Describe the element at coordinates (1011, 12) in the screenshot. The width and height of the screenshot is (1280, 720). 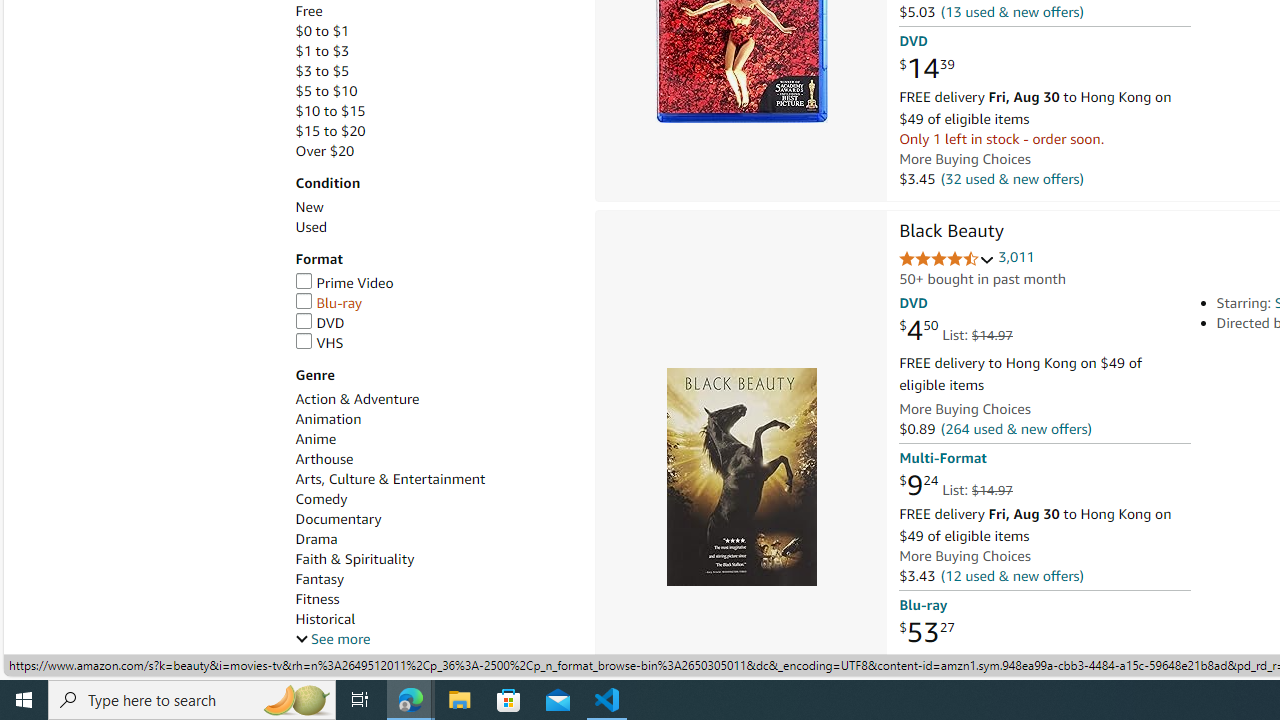
I see `'(13 used & new offers)'` at that location.